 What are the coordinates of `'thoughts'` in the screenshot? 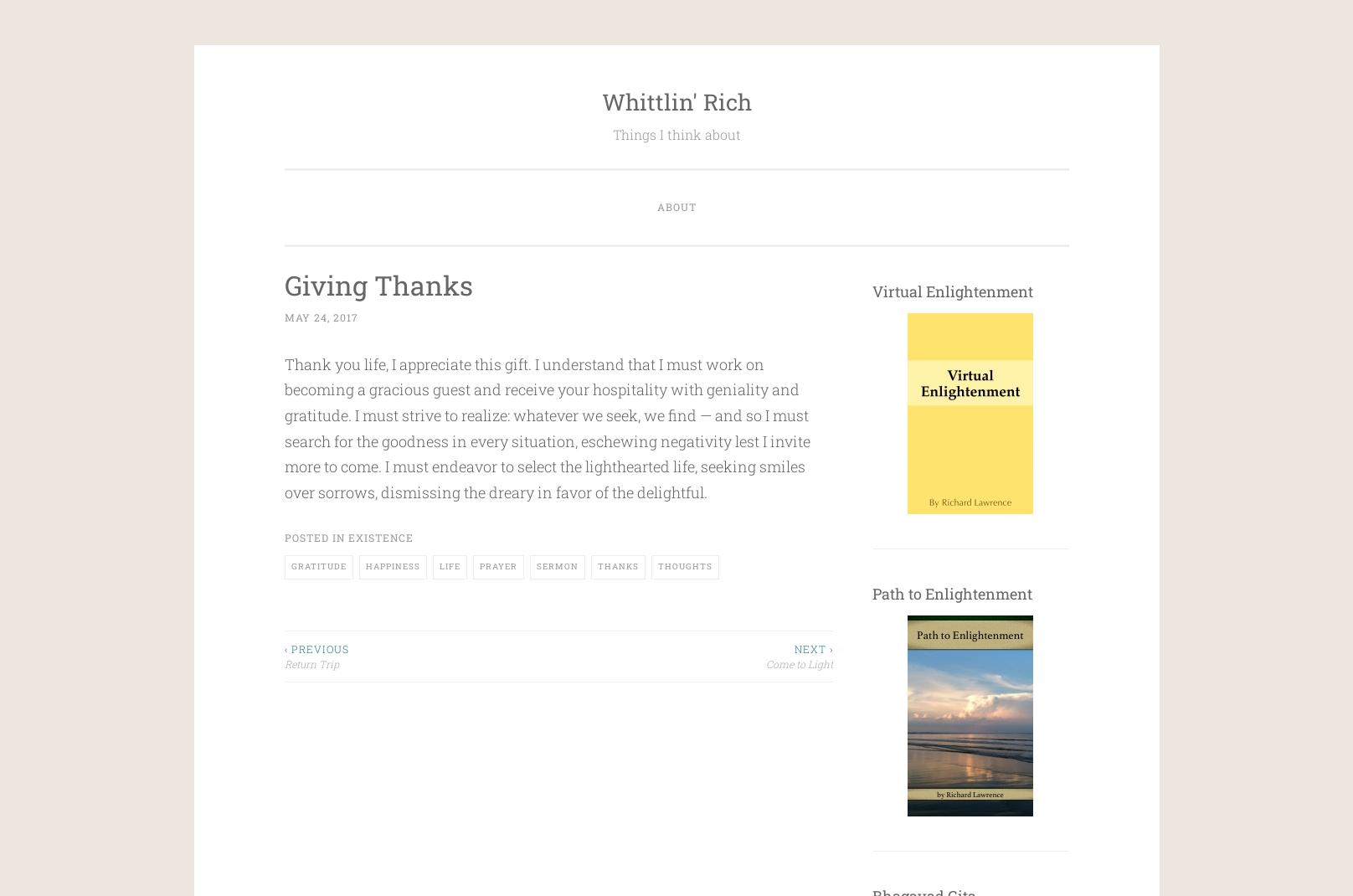 It's located at (684, 565).